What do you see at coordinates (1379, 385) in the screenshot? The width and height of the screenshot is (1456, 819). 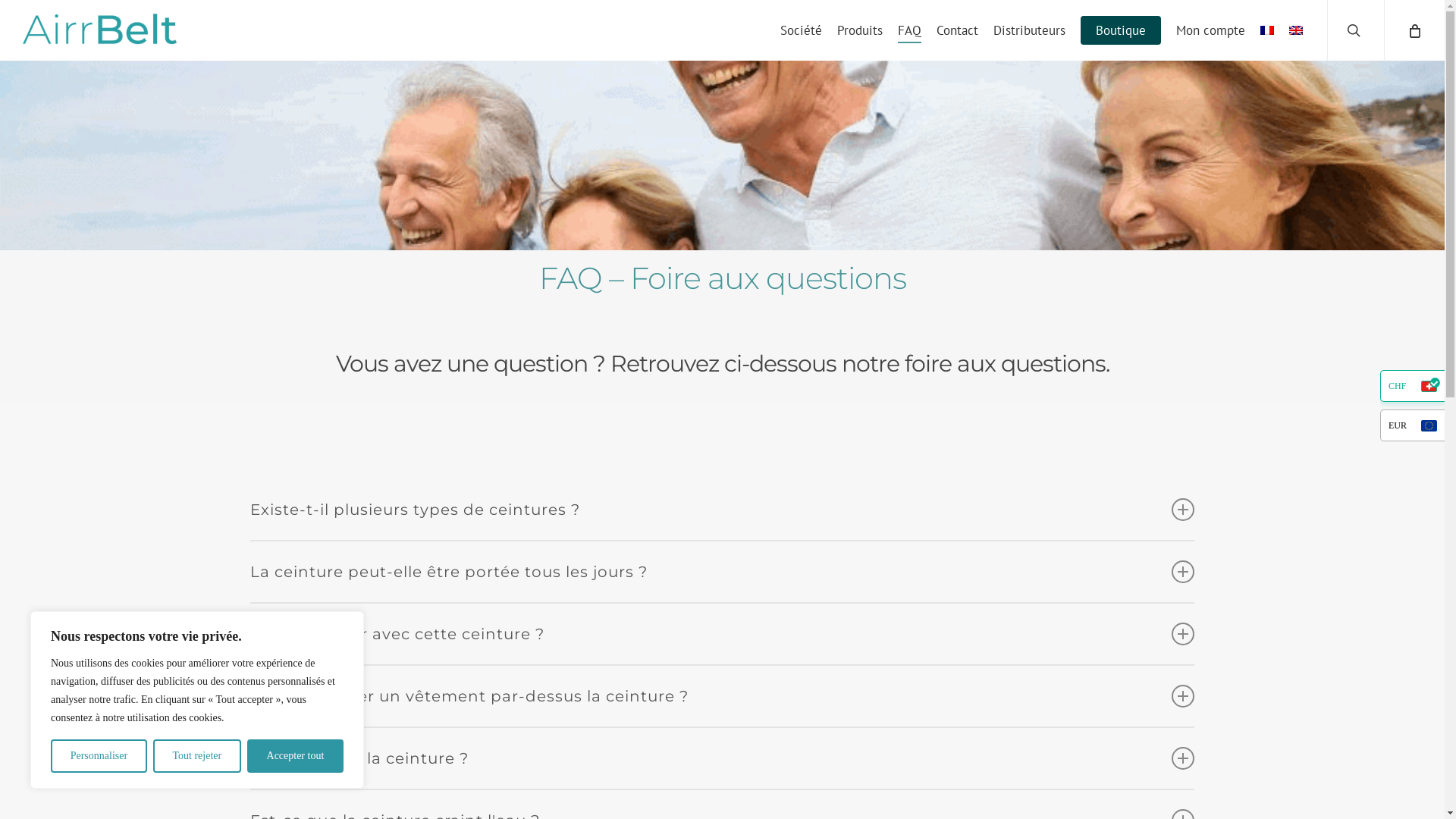 I see `'CHF'` at bounding box center [1379, 385].